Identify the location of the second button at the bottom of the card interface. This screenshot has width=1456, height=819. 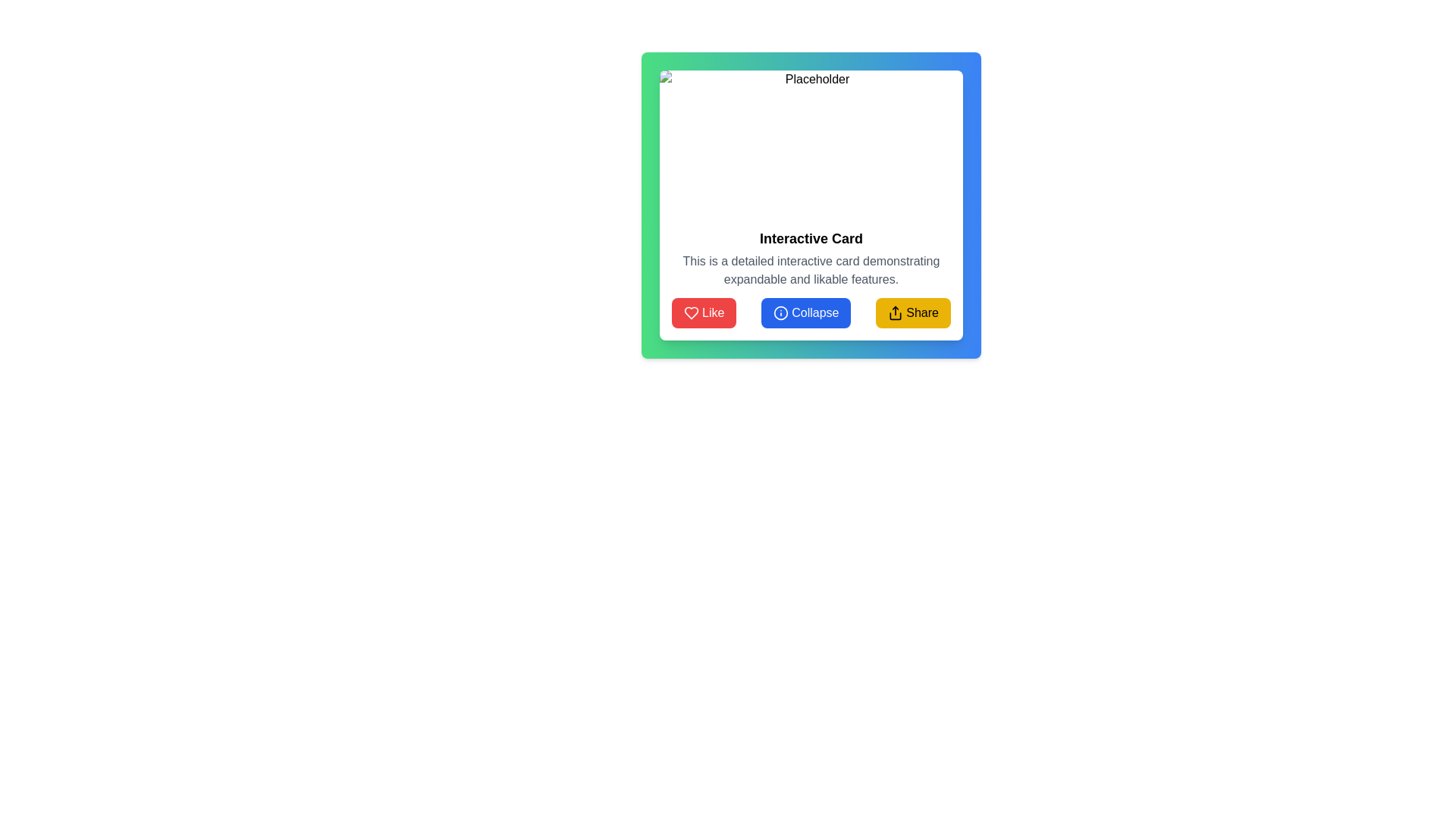
(811, 312).